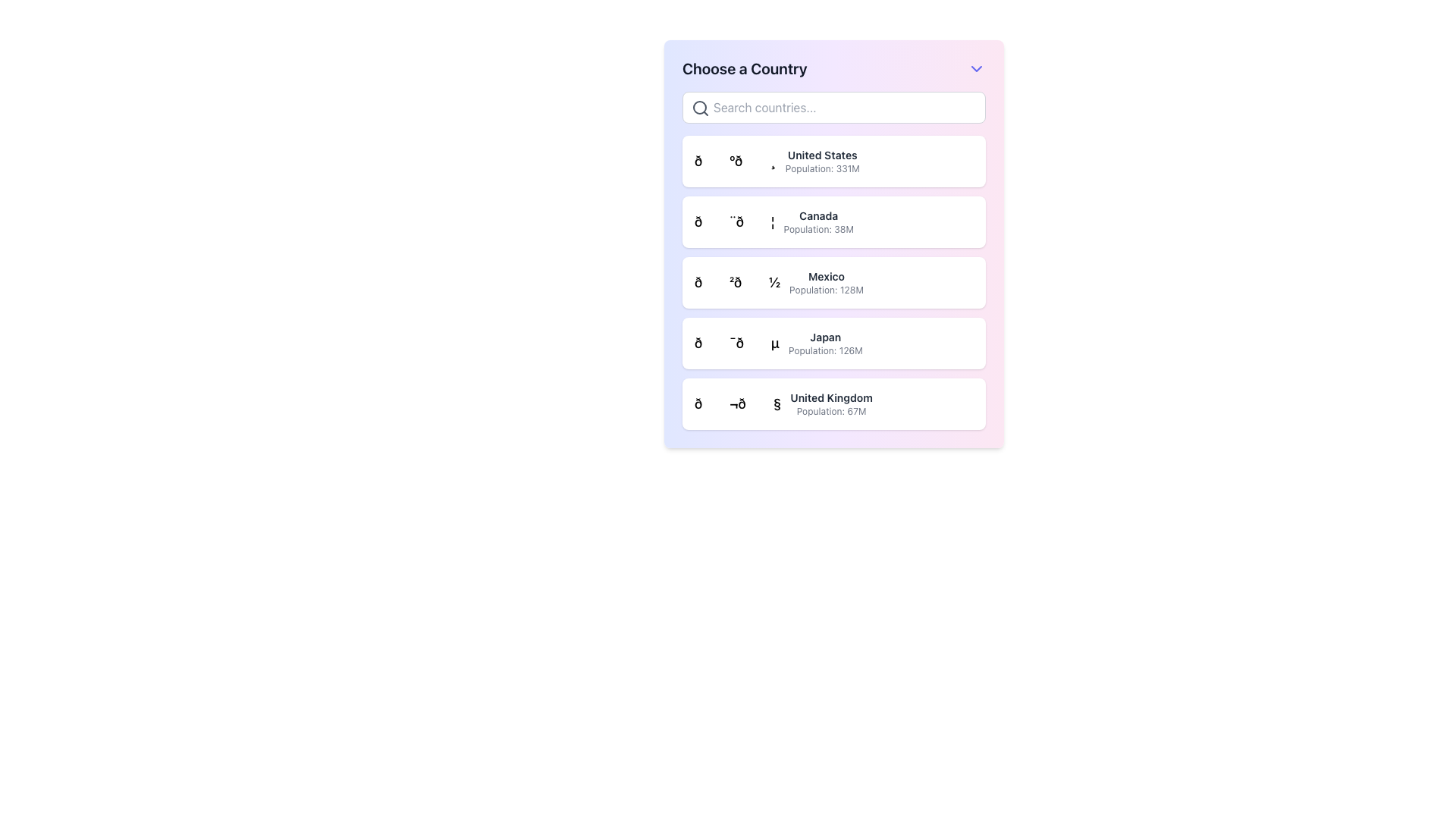 This screenshot has width=1456, height=819. I want to click on the third list item labeled 'Mexico', so click(779, 283).